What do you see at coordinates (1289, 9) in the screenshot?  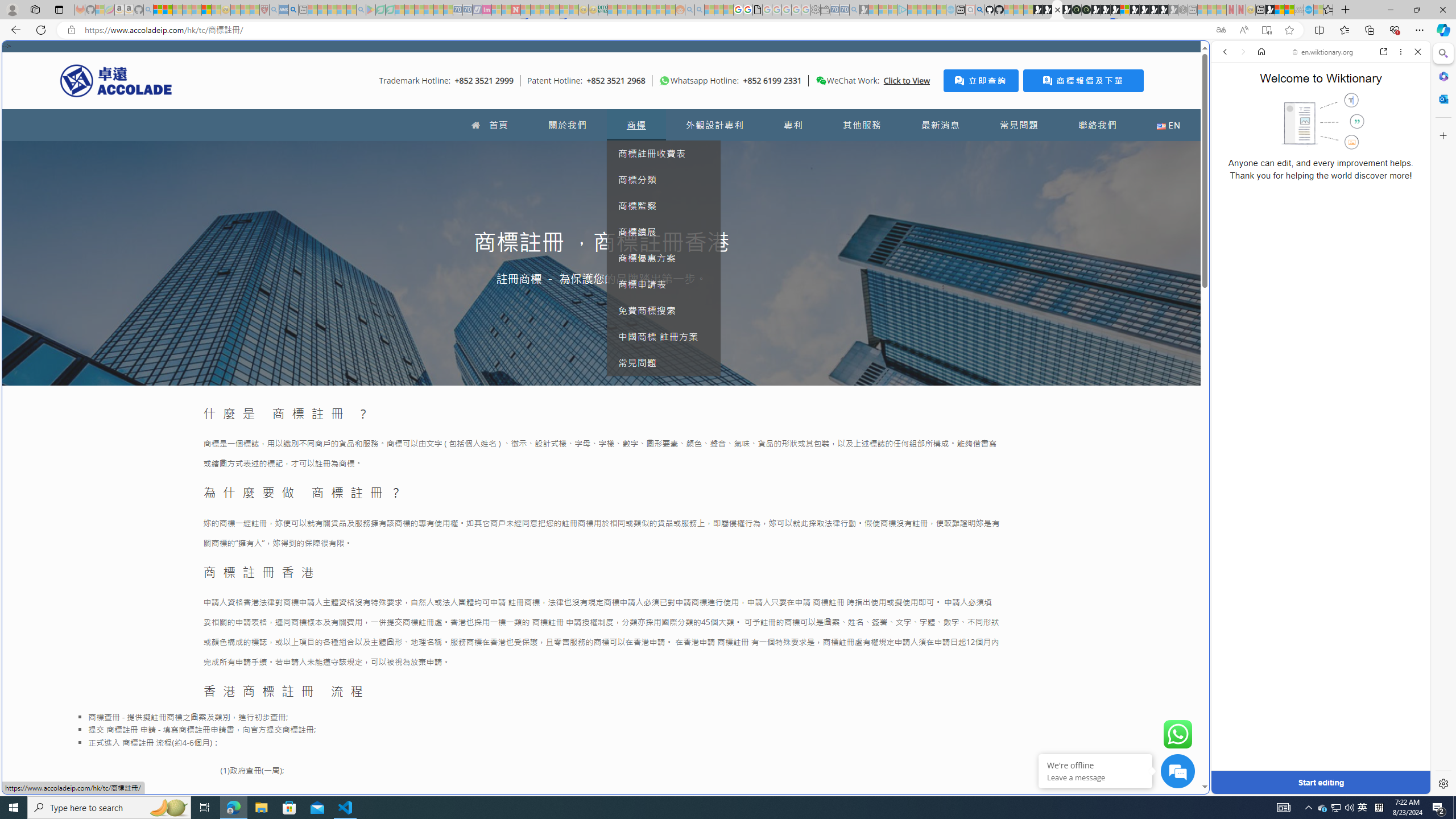 I see `'Earth has six continents not seven, radical new study claims'` at bounding box center [1289, 9].